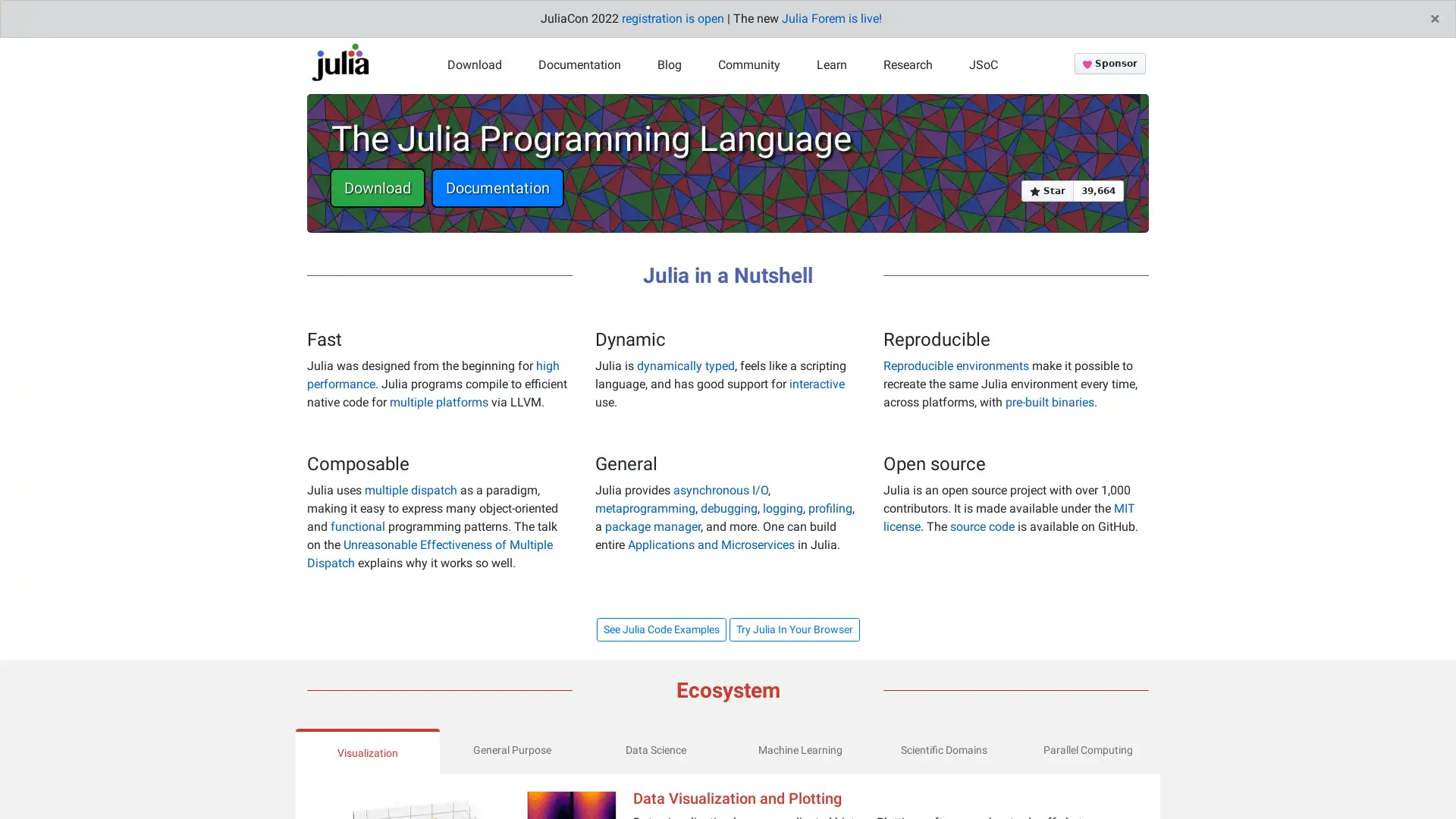 The width and height of the screenshot is (1456, 819). What do you see at coordinates (1434, 18) in the screenshot?
I see `Close` at bounding box center [1434, 18].